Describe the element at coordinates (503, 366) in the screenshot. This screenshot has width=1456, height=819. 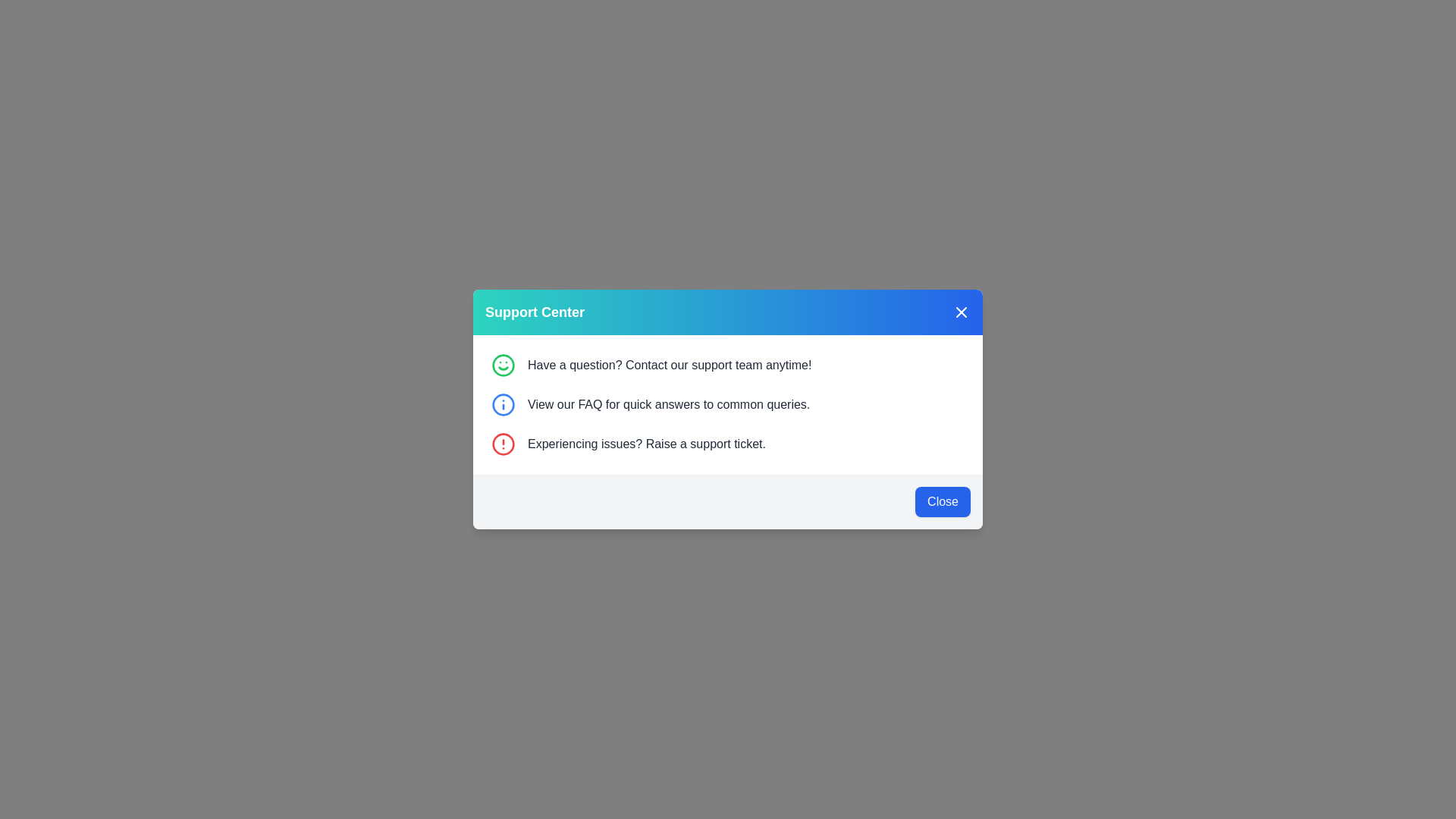
I see `the circular graphic element located in the center of the green smiley emoji icon, which is the leading icon of the first option in the 'Support Center' modal dialog` at that location.